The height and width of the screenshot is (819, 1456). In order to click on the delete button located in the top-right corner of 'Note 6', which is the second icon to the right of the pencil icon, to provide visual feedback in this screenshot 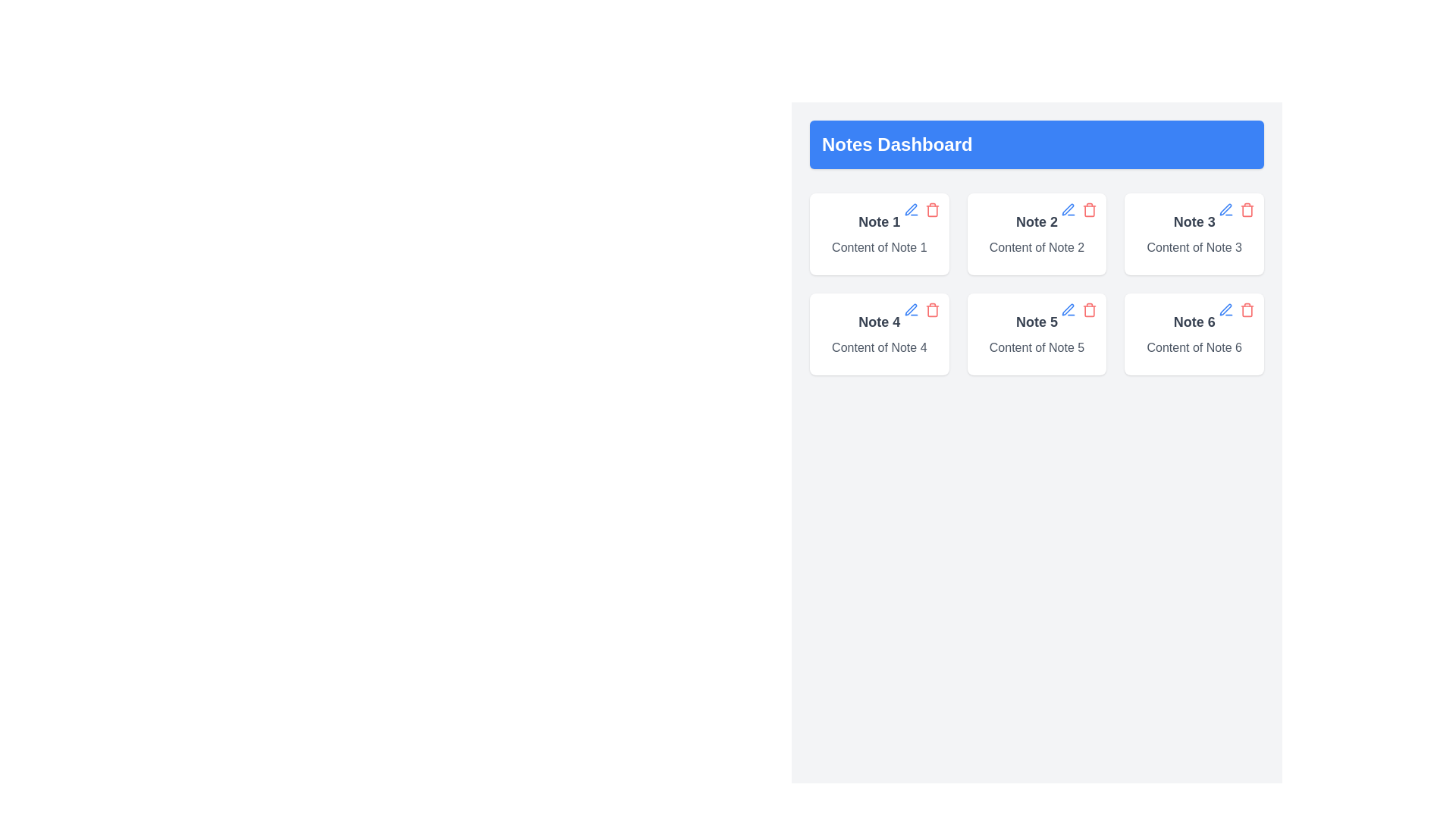, I will do `click(1247, 309)`.